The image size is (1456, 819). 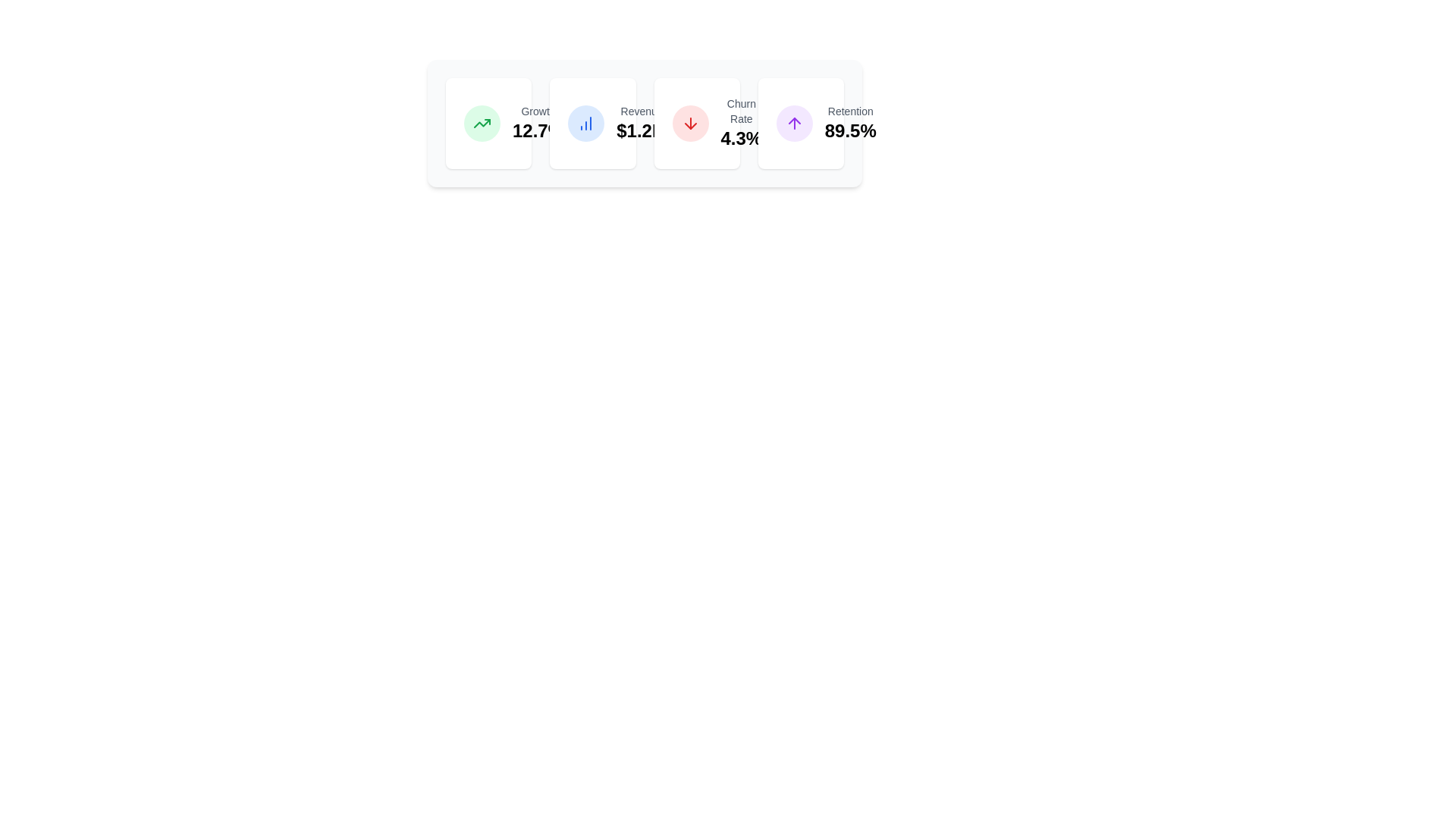 I want to click on the static text label displaying 'Churn Rate', which is styled in a smaller gray font and located above the text '4.3%' within a card-like design, so click(x=741, y=110).